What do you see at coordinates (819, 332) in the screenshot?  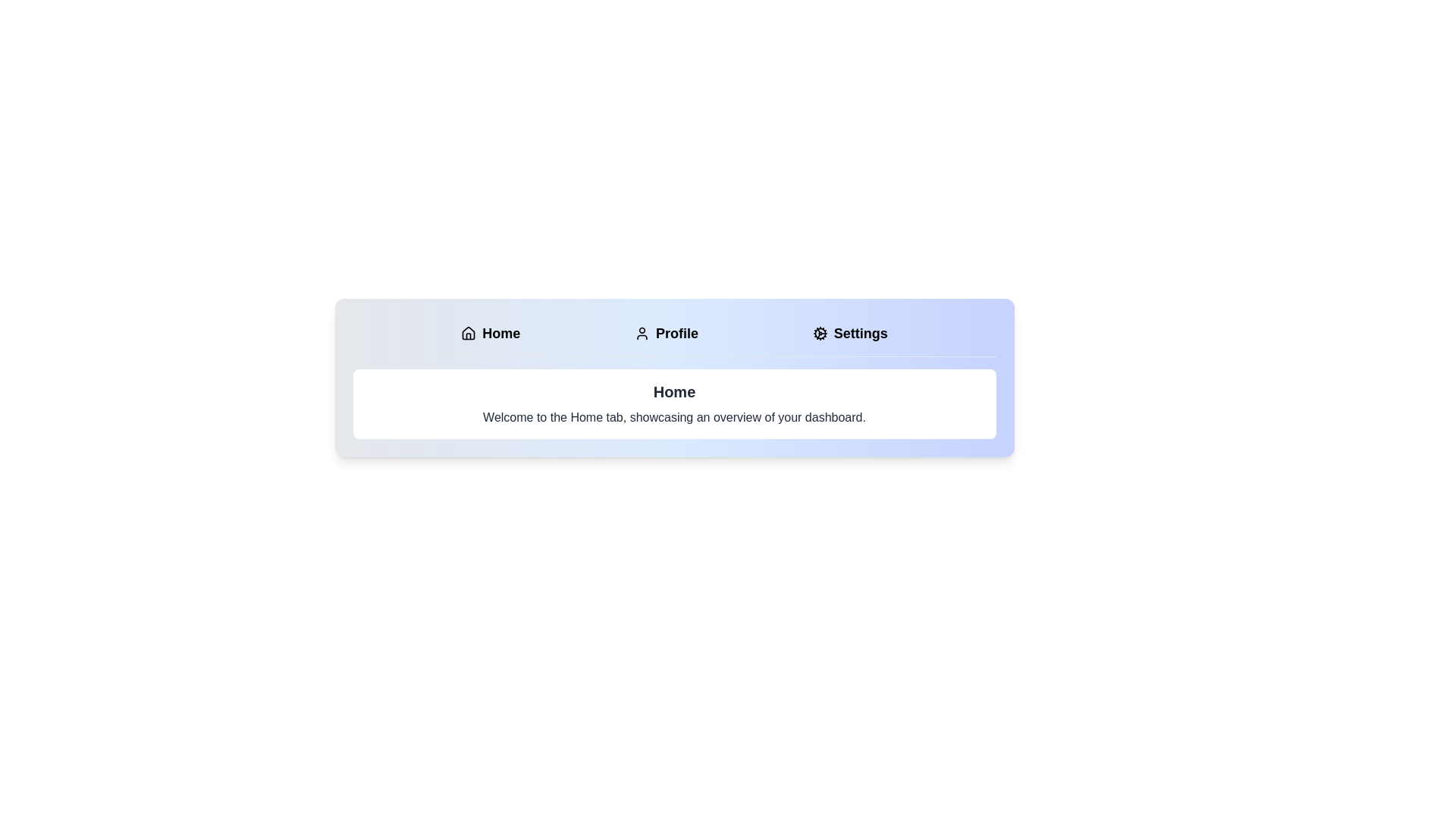 I see `the settings icon located at the left end of the 'Settings' tab in the horizontal navigation header` at bounding box center [819, 332].